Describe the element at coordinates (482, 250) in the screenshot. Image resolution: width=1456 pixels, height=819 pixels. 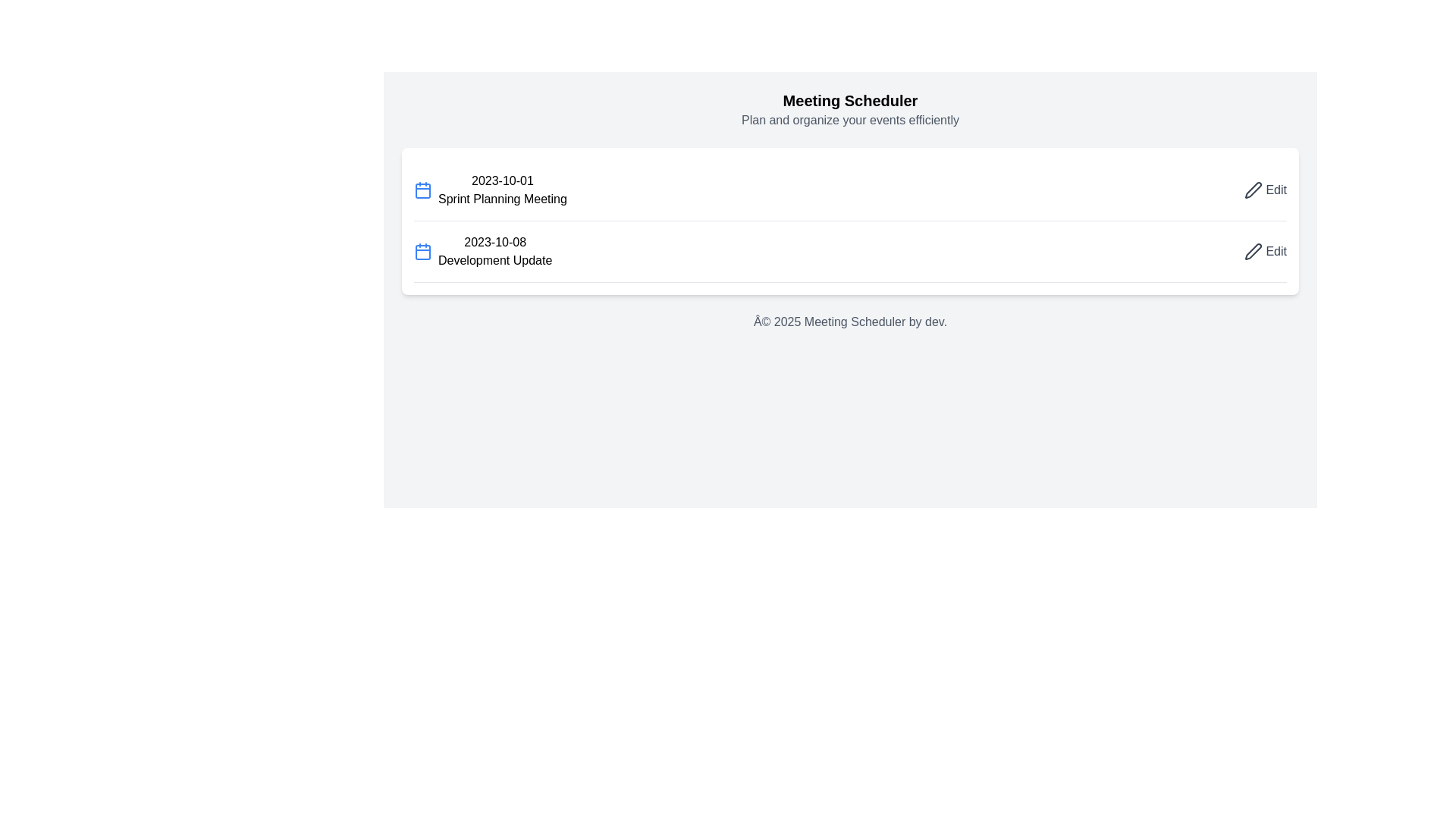
I see `the second item in the descriptive list titled 'Development Update', which is located below 'Sprint Planning Meeting'` at that location.